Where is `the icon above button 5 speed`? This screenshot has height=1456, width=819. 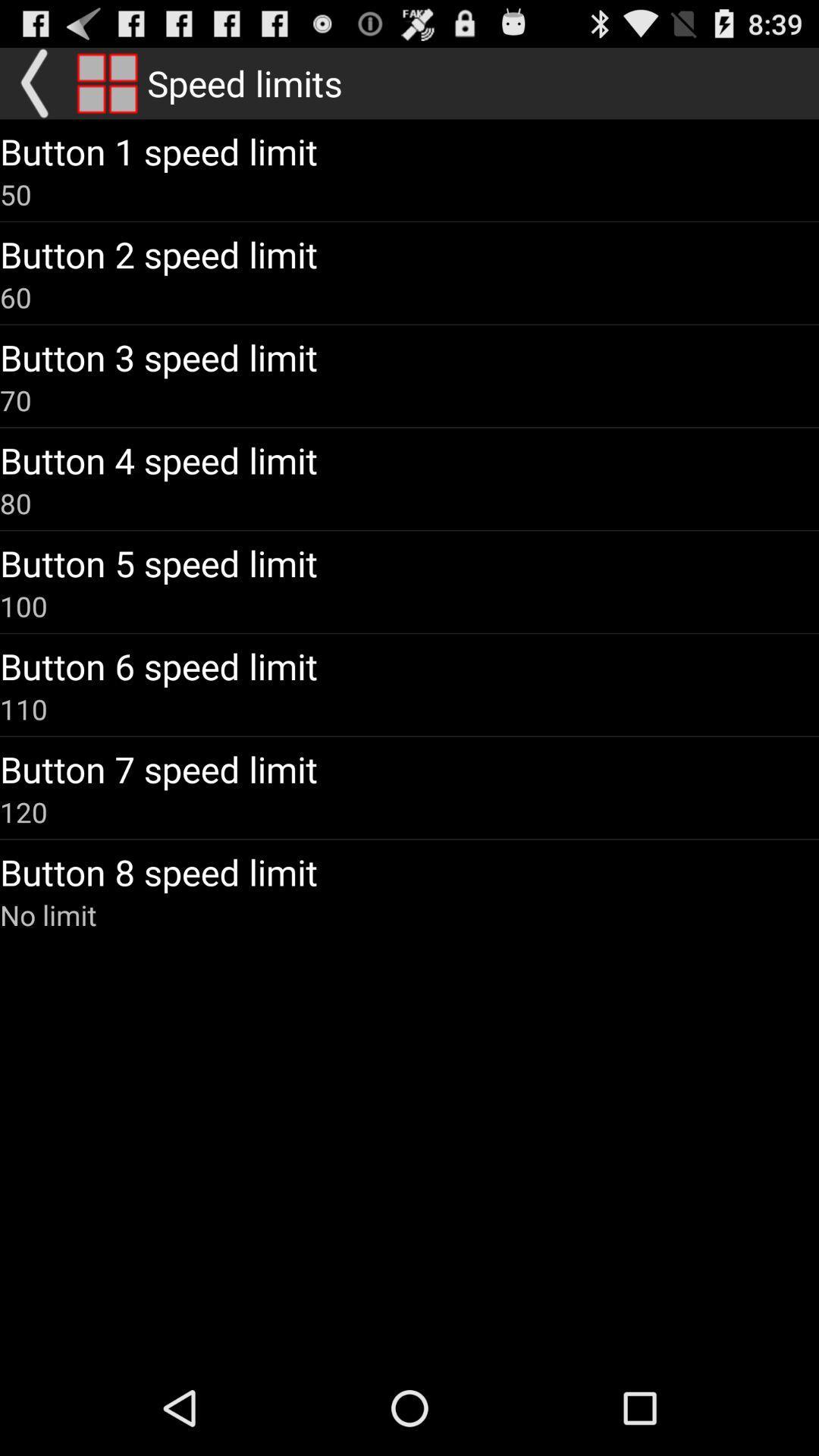
the icon above button 5 speed is located at coordinates (15, 503).